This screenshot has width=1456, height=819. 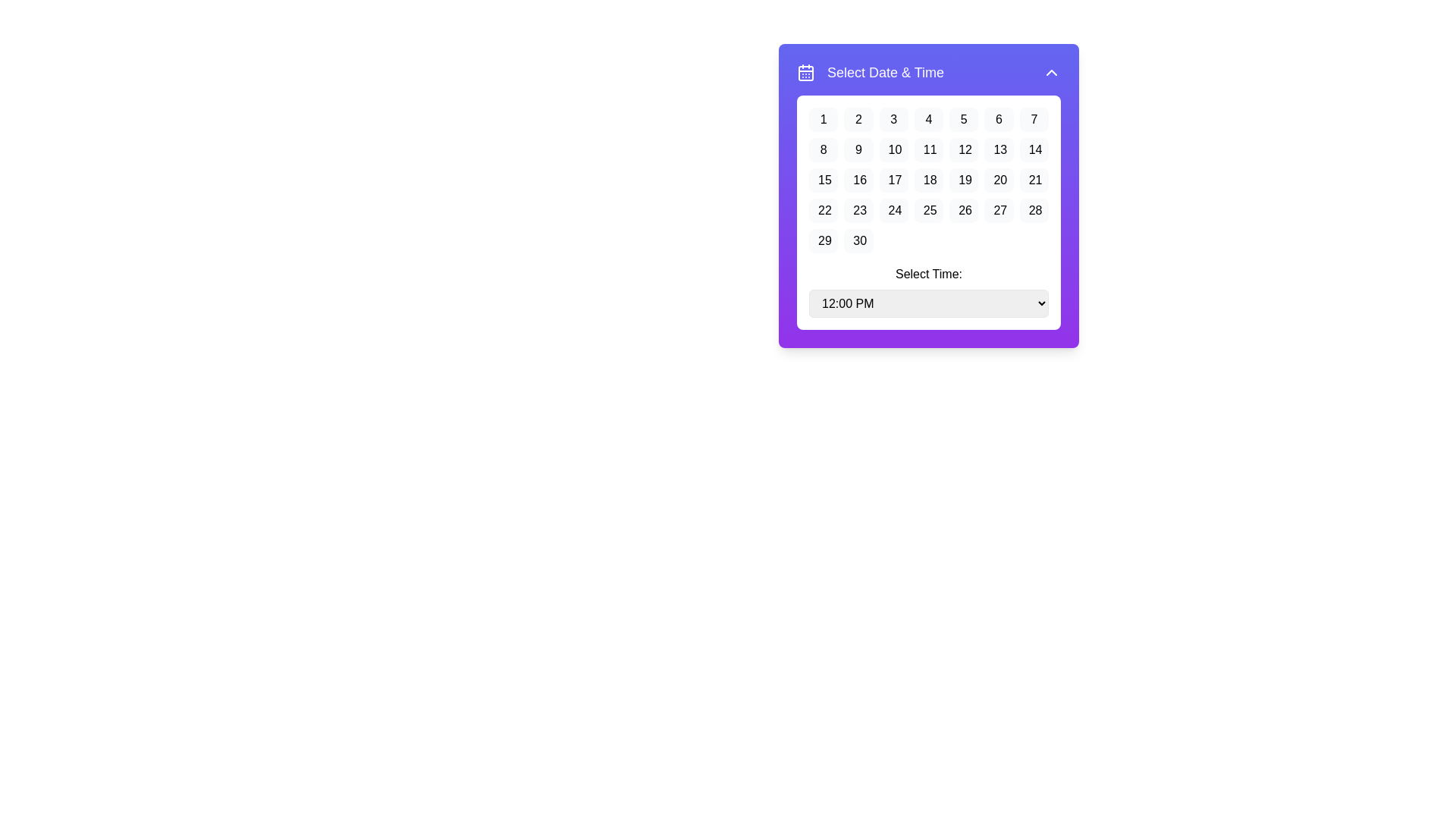 What do you see at coordinates (858, 210) in the screenshot?
I see `the button representing the selectable date '23' in the calendar interface to change its background color` at bounding box center [858, 210].